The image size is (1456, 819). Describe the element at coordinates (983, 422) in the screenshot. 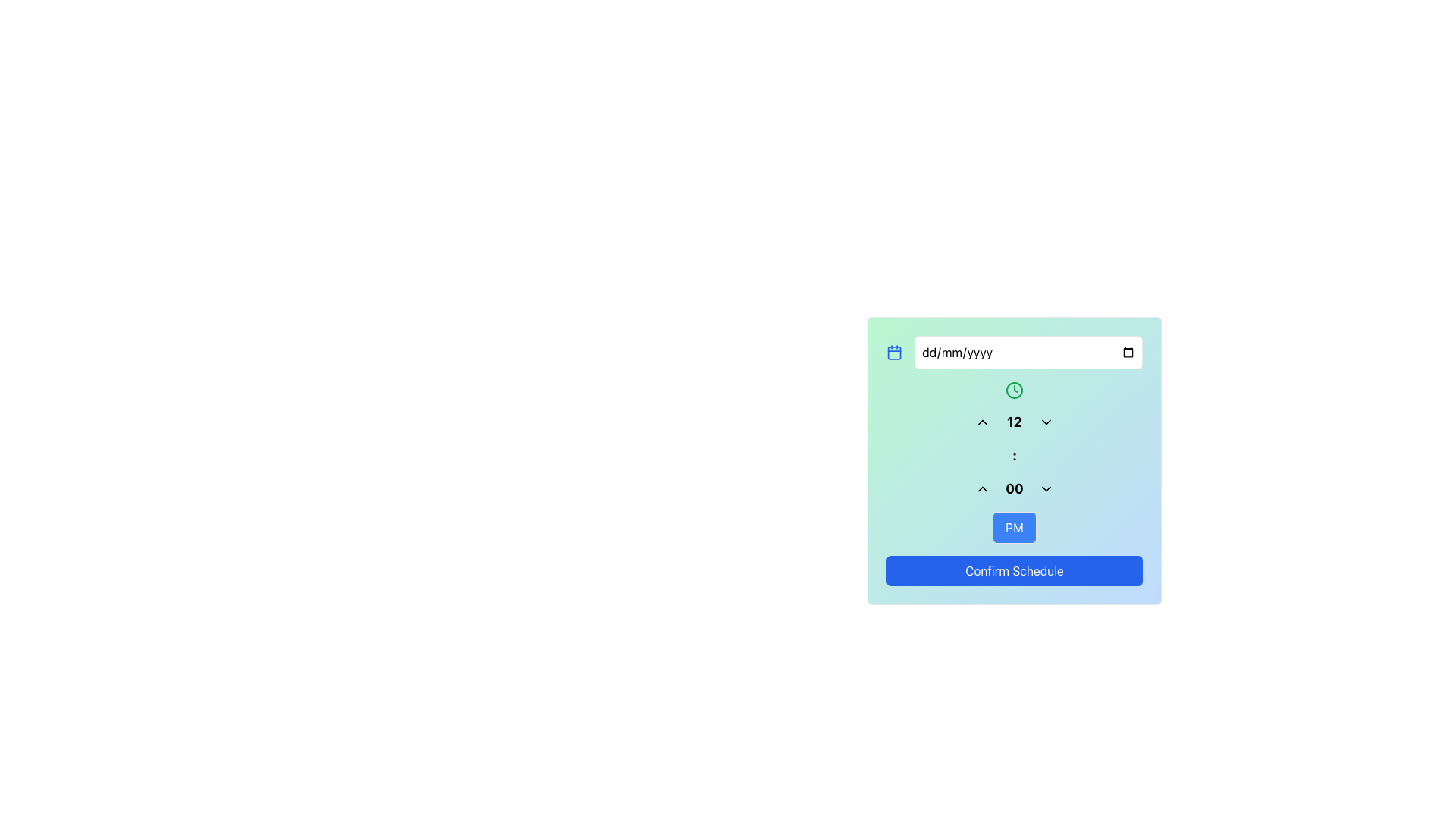

I see `the black chevron-shaped upward arrow button` at that location.